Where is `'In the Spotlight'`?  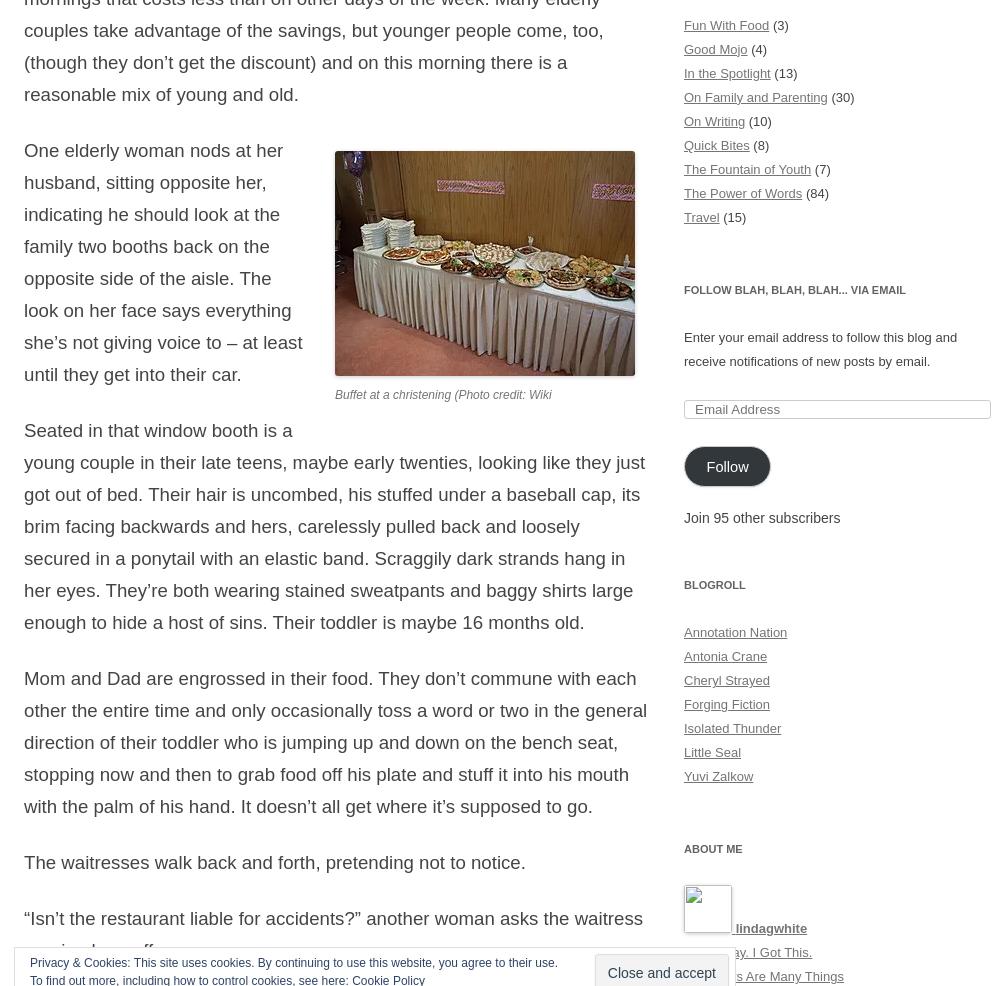 'In the Spotlight' is located at coordinates (726, 71).